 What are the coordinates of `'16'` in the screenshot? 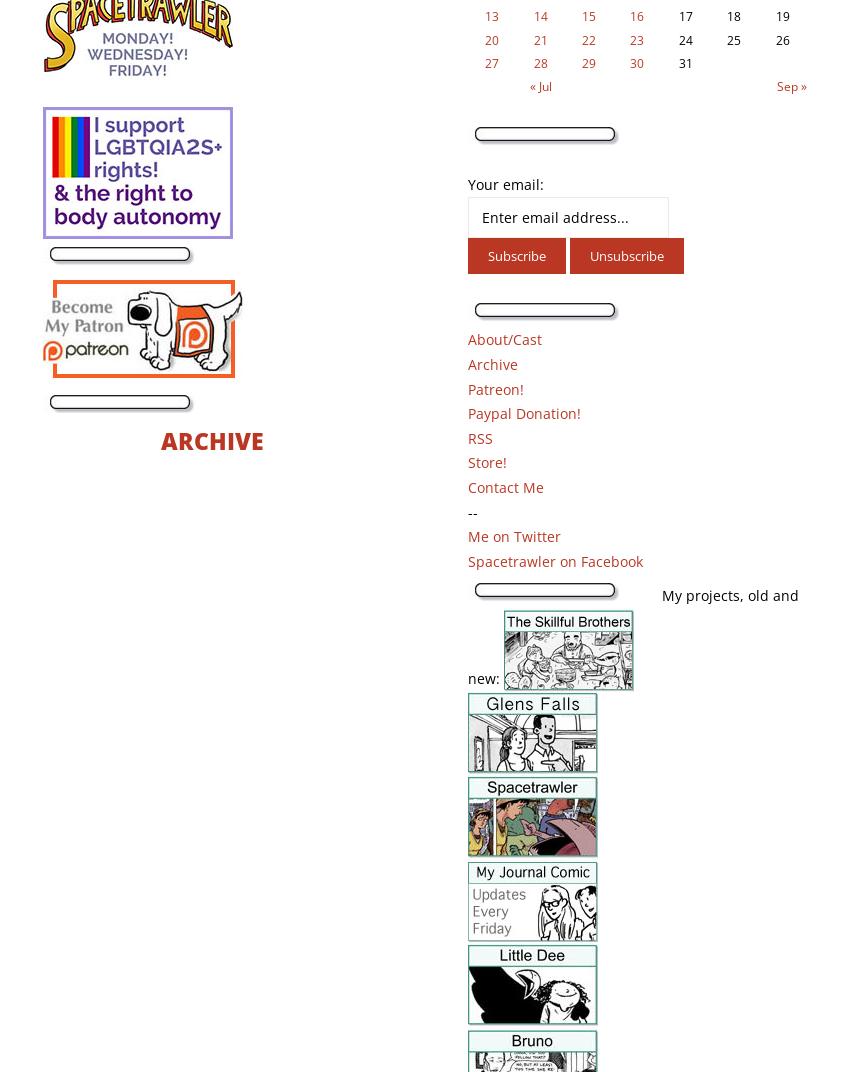 It's located at (635, 15).